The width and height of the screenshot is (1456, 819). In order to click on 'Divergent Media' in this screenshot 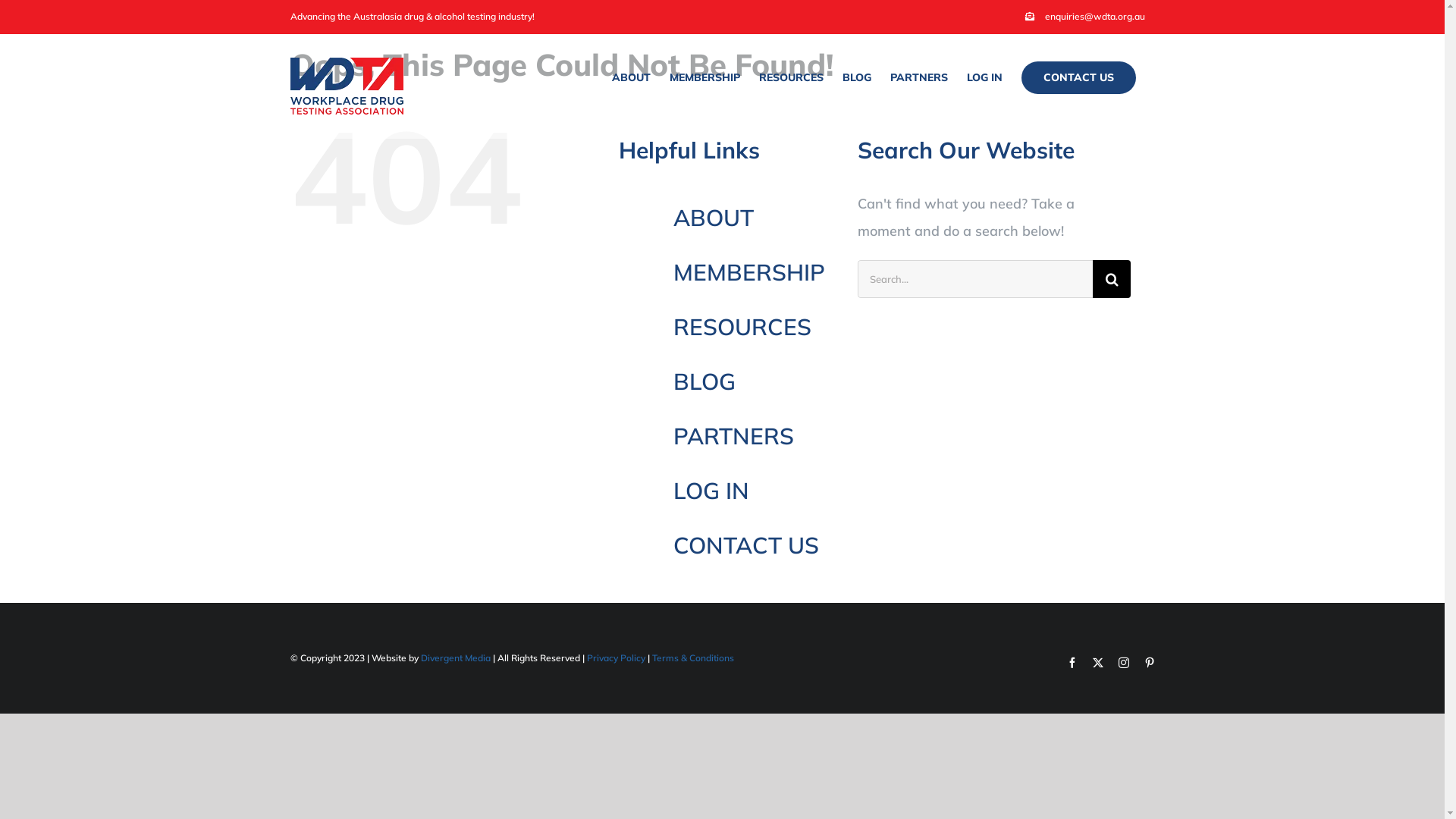, I will do `click(454, 657)`.